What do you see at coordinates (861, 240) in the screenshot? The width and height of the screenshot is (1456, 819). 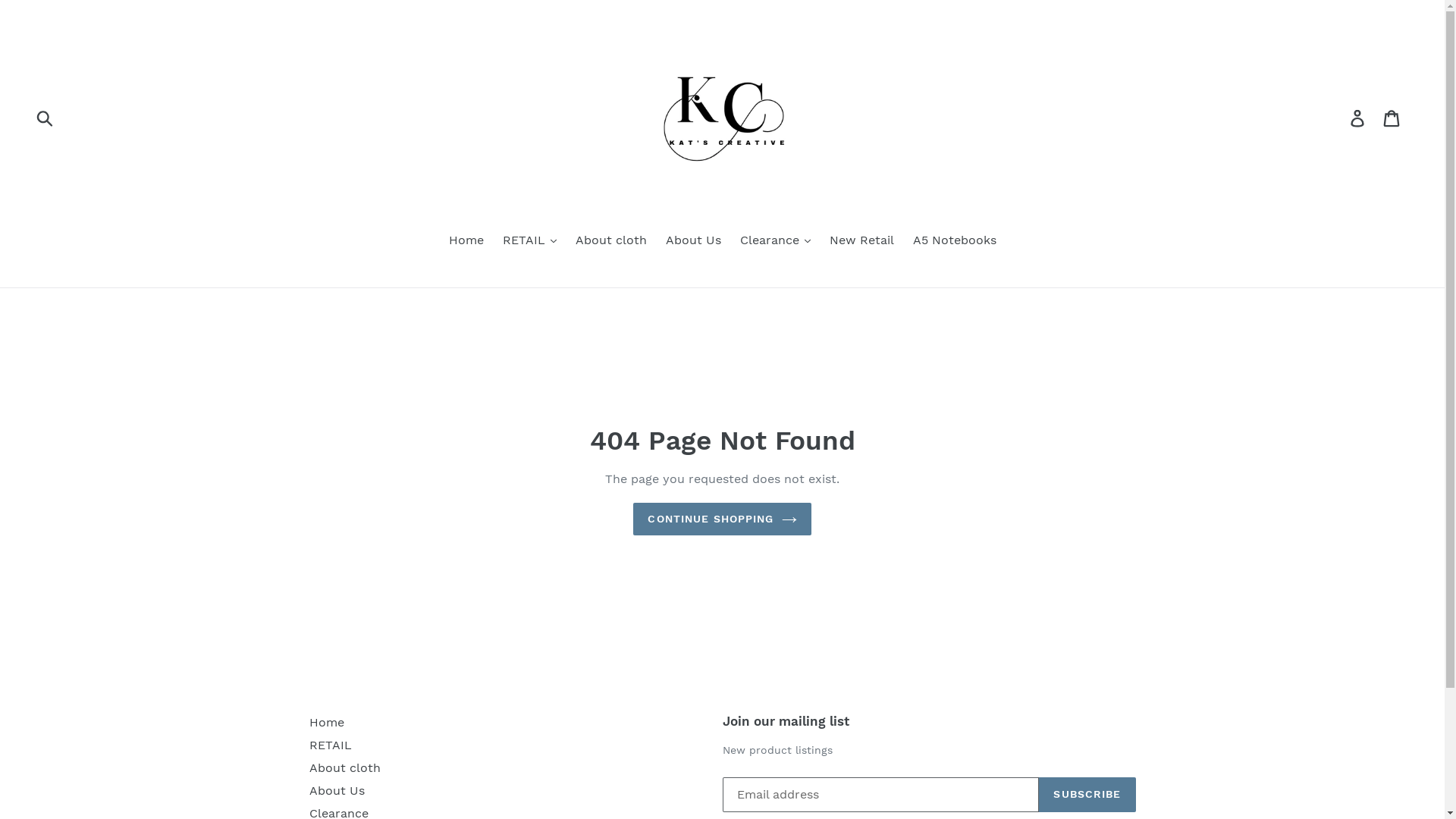 I see `'New Retail'` at bounding box center [861, 240].